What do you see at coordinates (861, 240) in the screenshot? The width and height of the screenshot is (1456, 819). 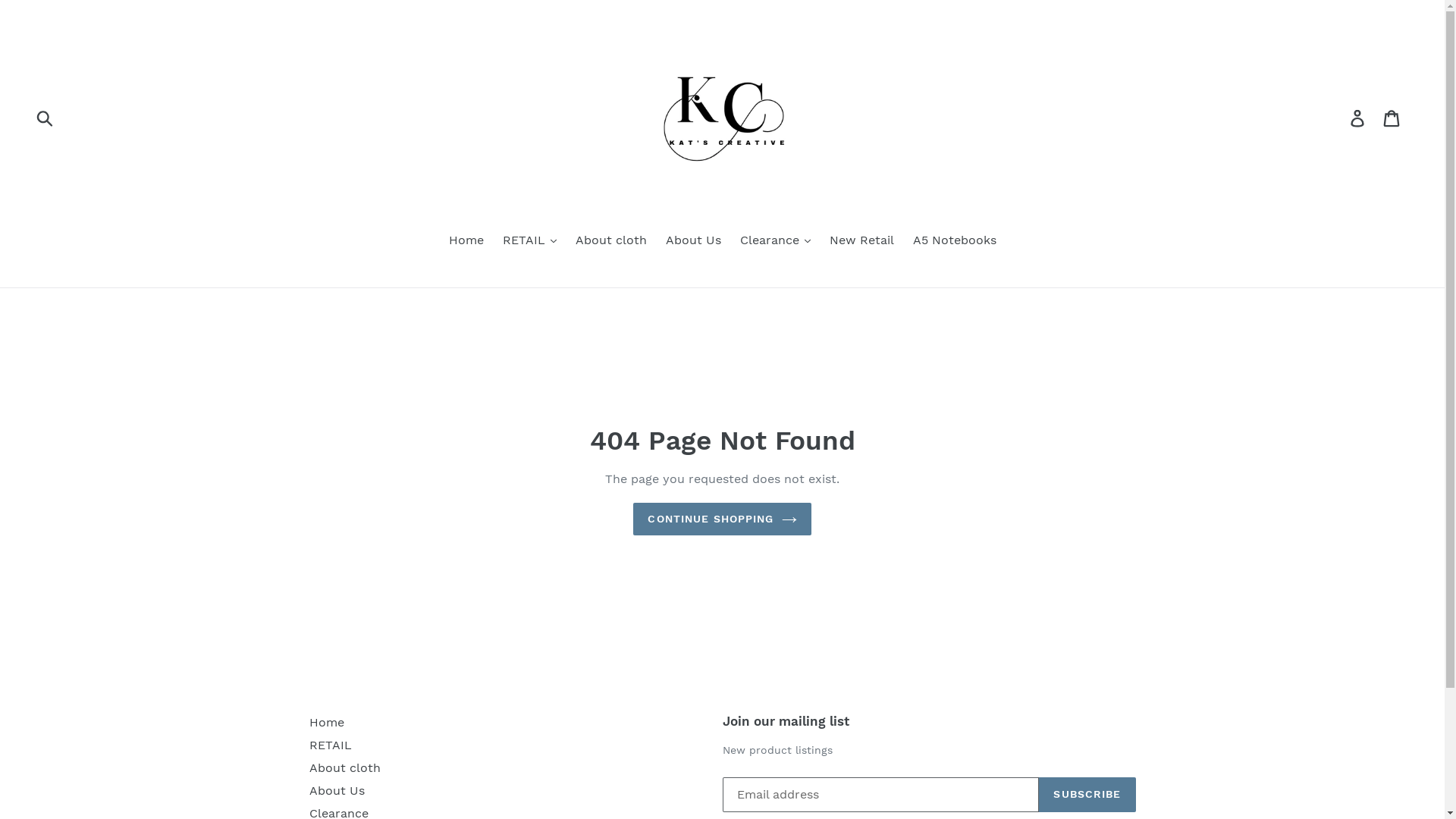 I see `'New Retail'` at bounding box center [861, 240].